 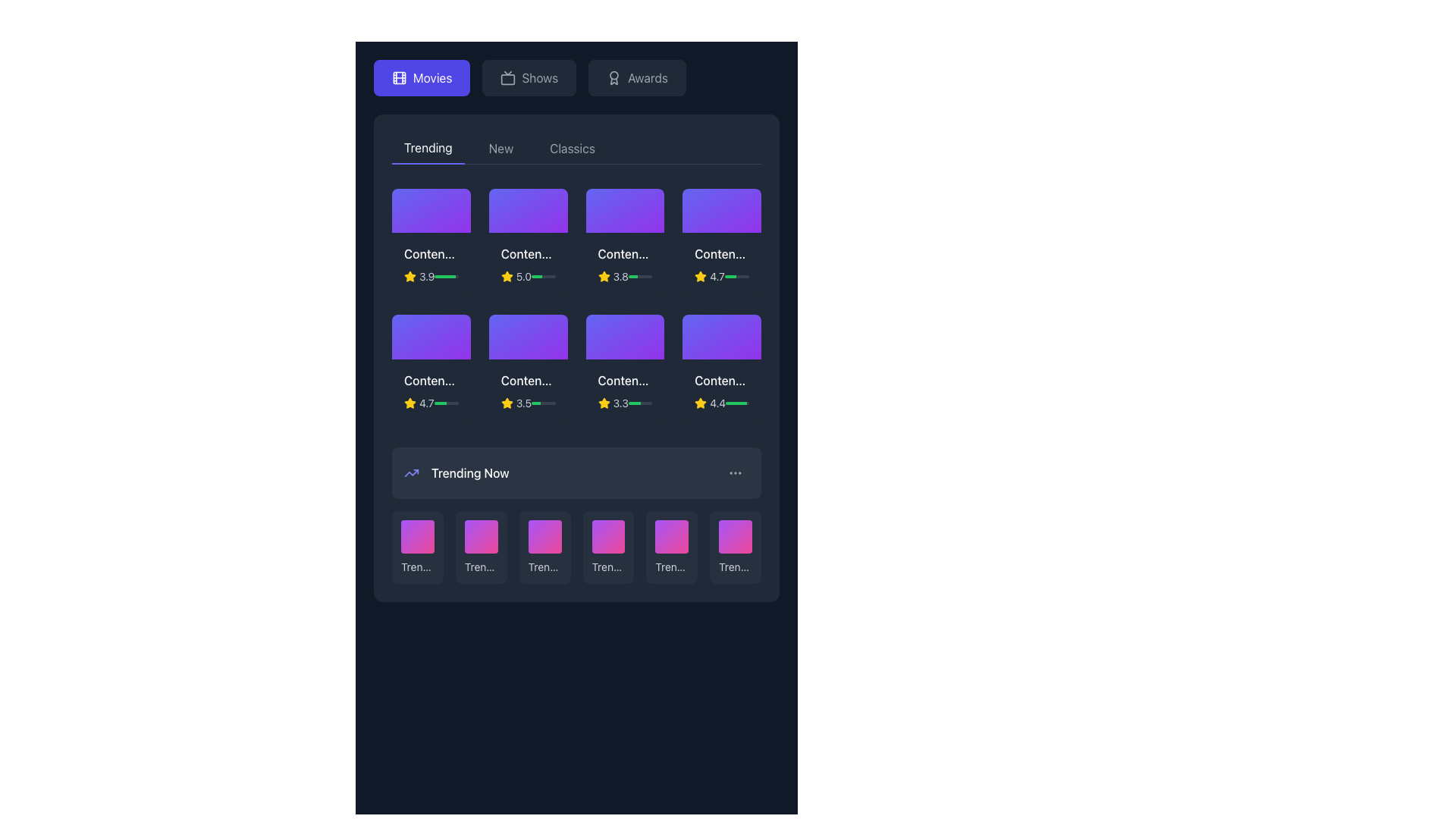 I want to click on the 'Trending' tab navigation button, which is the first option within the tab group at the top of the section, so click(x=427, y=149).